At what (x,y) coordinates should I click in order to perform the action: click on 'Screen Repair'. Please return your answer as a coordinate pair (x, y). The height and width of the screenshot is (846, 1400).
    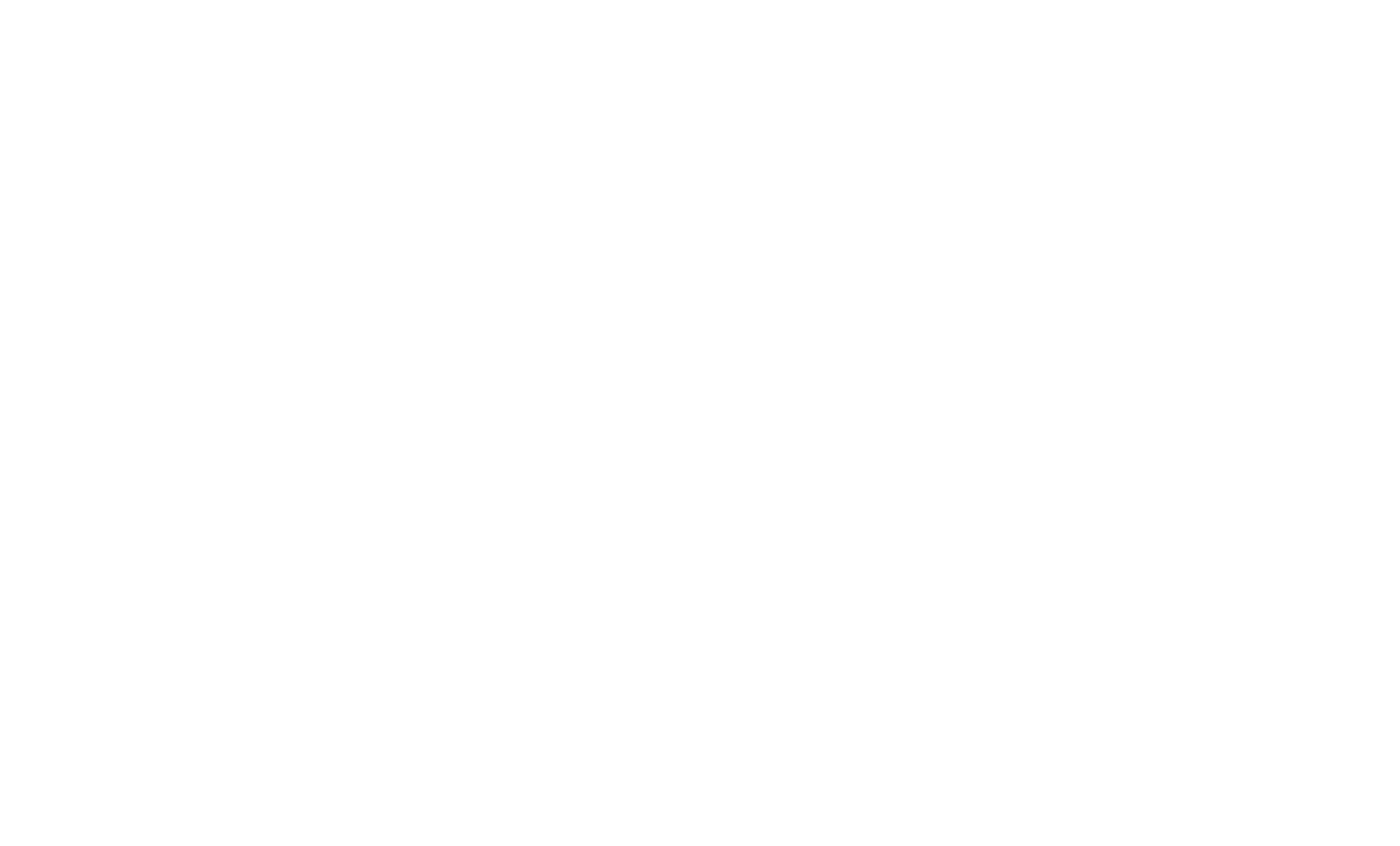
    Looking at the image, I should click on (259, 432).